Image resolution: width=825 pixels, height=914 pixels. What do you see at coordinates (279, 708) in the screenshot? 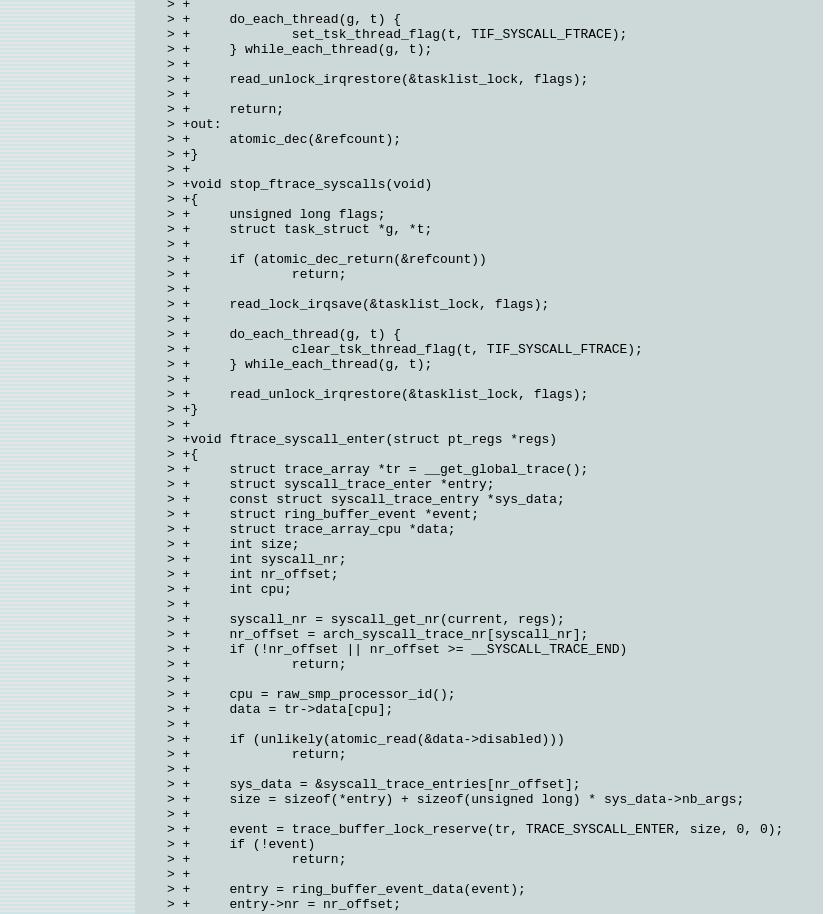
I see `'> +	data = tr->data[cpu];'` at bounding box center [279, 708].